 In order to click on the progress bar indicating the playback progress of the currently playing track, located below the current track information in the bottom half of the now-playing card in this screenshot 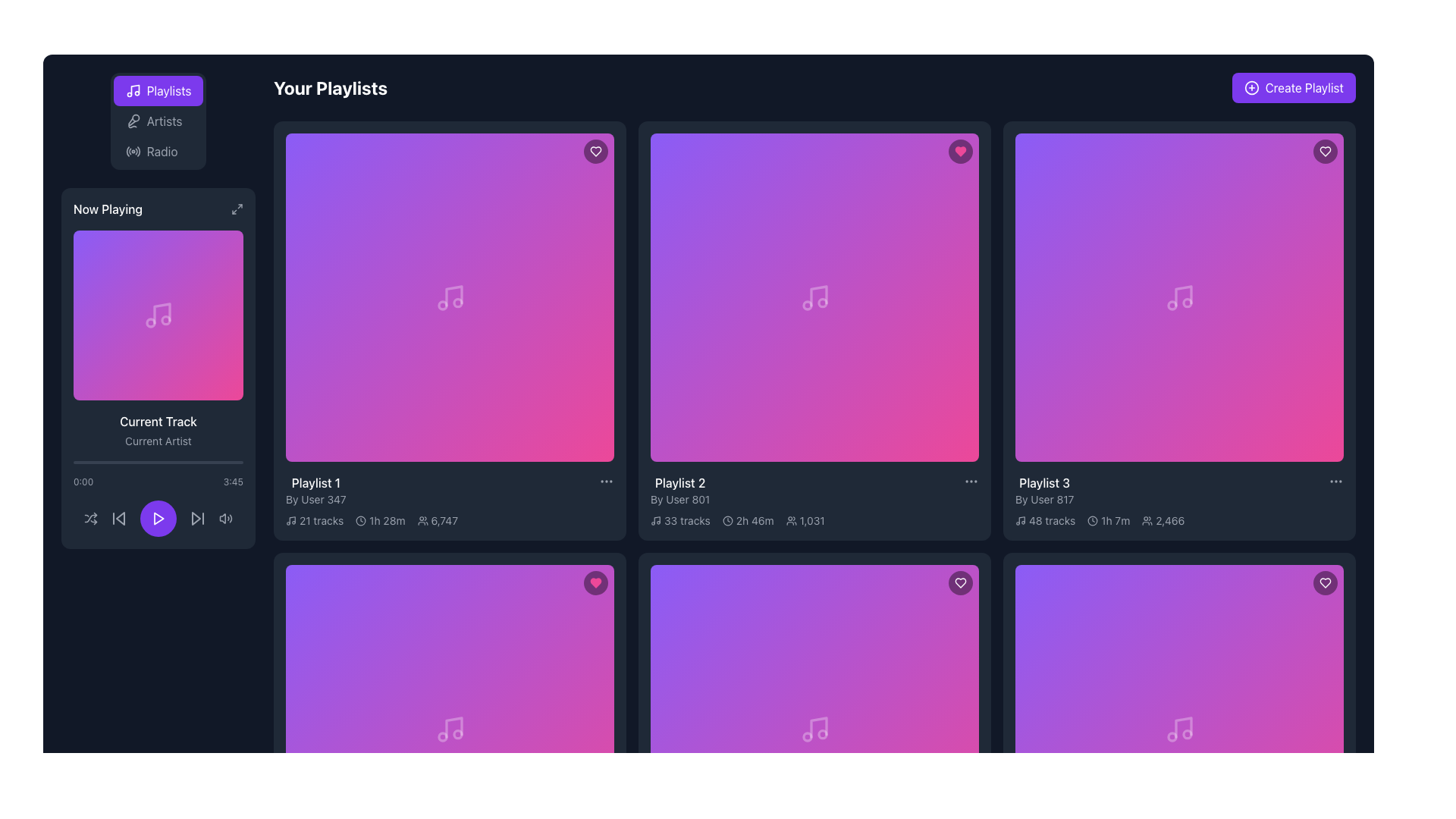, I will do `click(158, 461)`.